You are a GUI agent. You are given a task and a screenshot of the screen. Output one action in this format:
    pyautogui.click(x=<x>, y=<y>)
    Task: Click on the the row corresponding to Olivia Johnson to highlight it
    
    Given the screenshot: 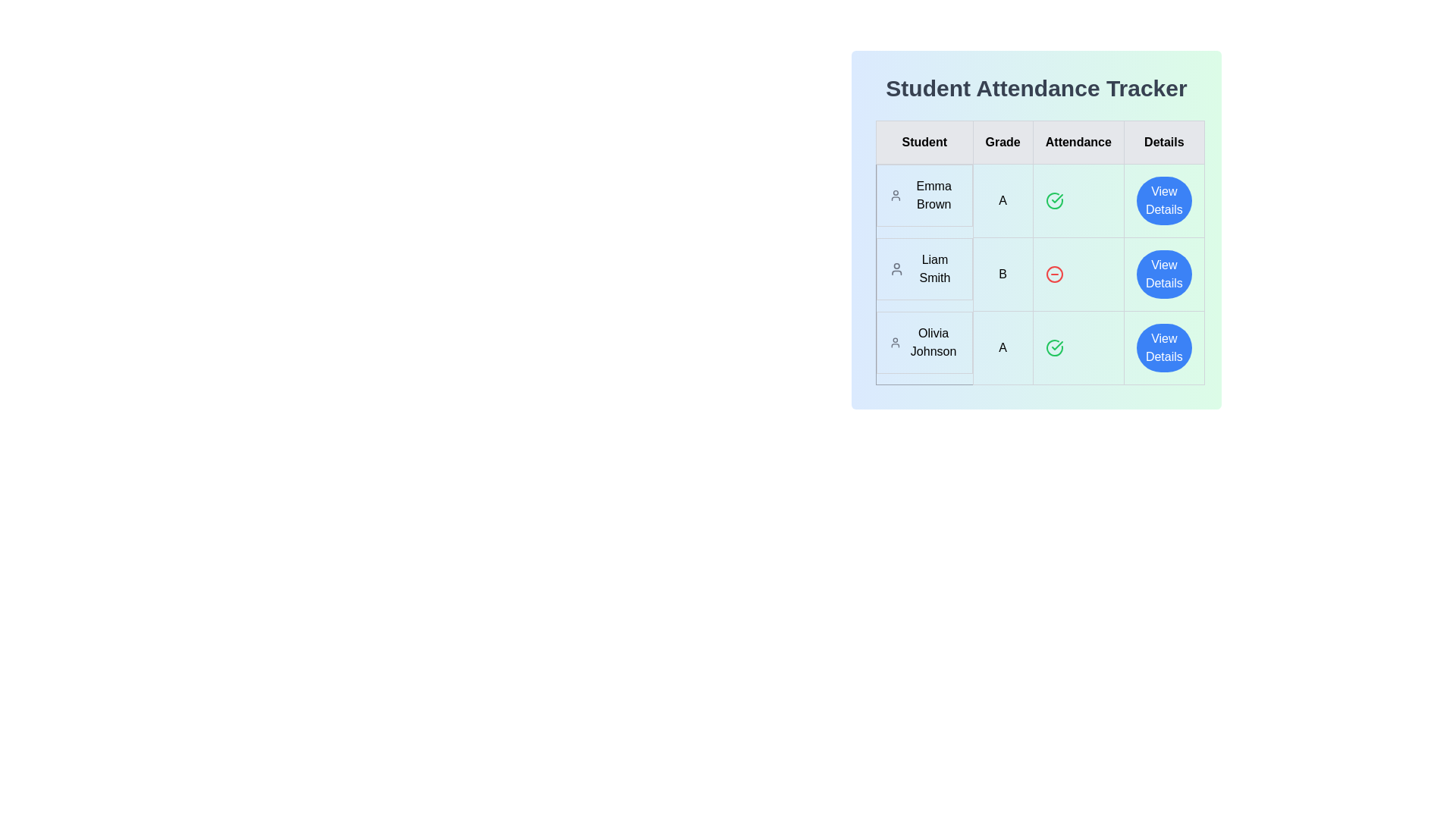 What is the action you would take?
    pyautogui.click(x=1039, y=348)
    